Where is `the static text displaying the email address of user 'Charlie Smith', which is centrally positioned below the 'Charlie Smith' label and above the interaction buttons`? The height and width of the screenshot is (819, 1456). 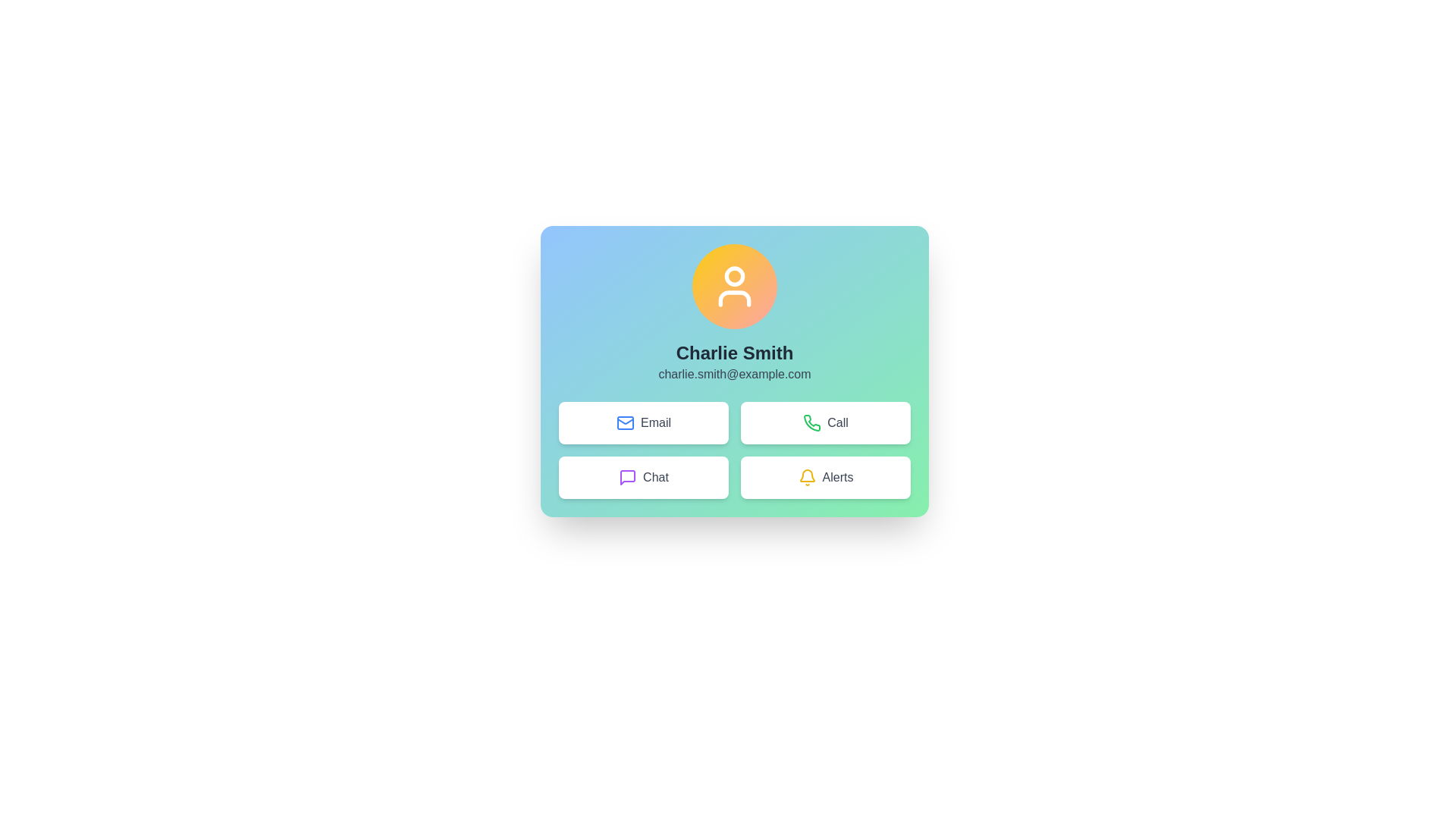
the static text displaying the email address of user 'Charlie Smith', which is centrally positioned below the 'Charlie Smith' label and above the interaction buttons is located at coordinates (735, 374).